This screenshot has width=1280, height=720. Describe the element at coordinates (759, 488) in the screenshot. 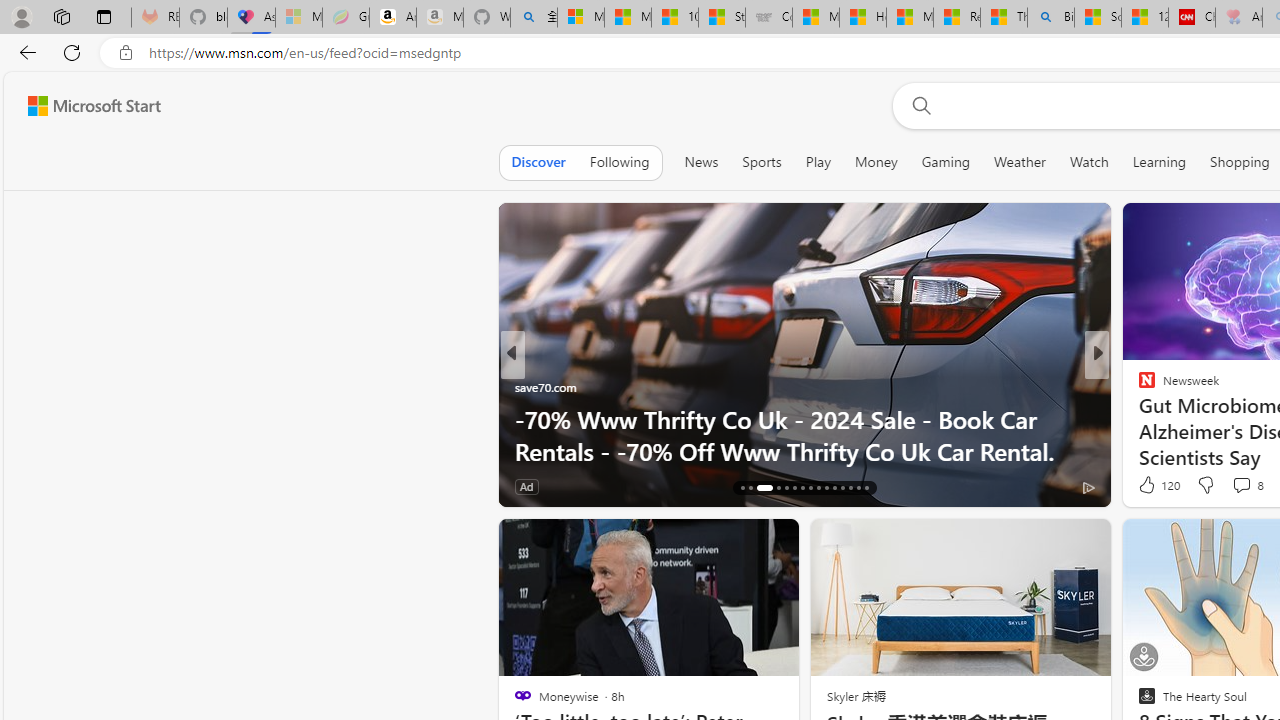

I see `'AutomationID: tab-18'` at that location.